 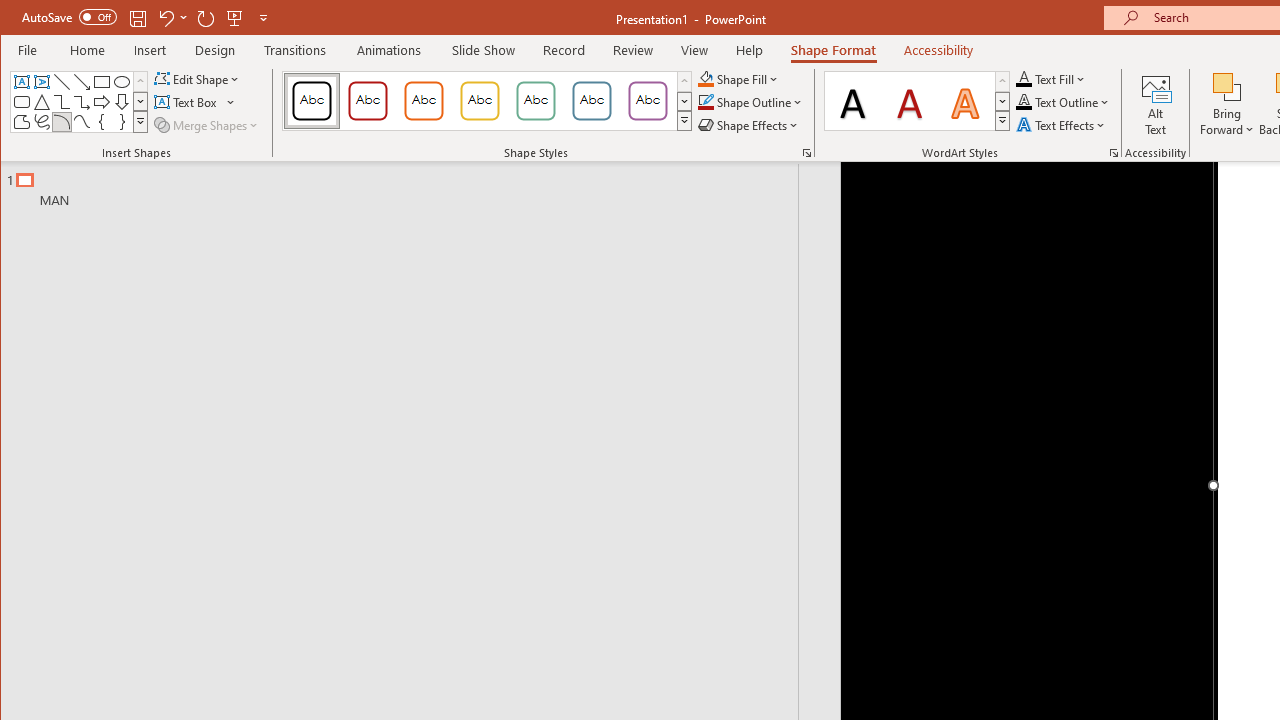 What do you see at coordinates (480, 100) in the screenshot?
I see `'Colored Outline - Gold, Accent 3'` at bounding box center [480, 100].